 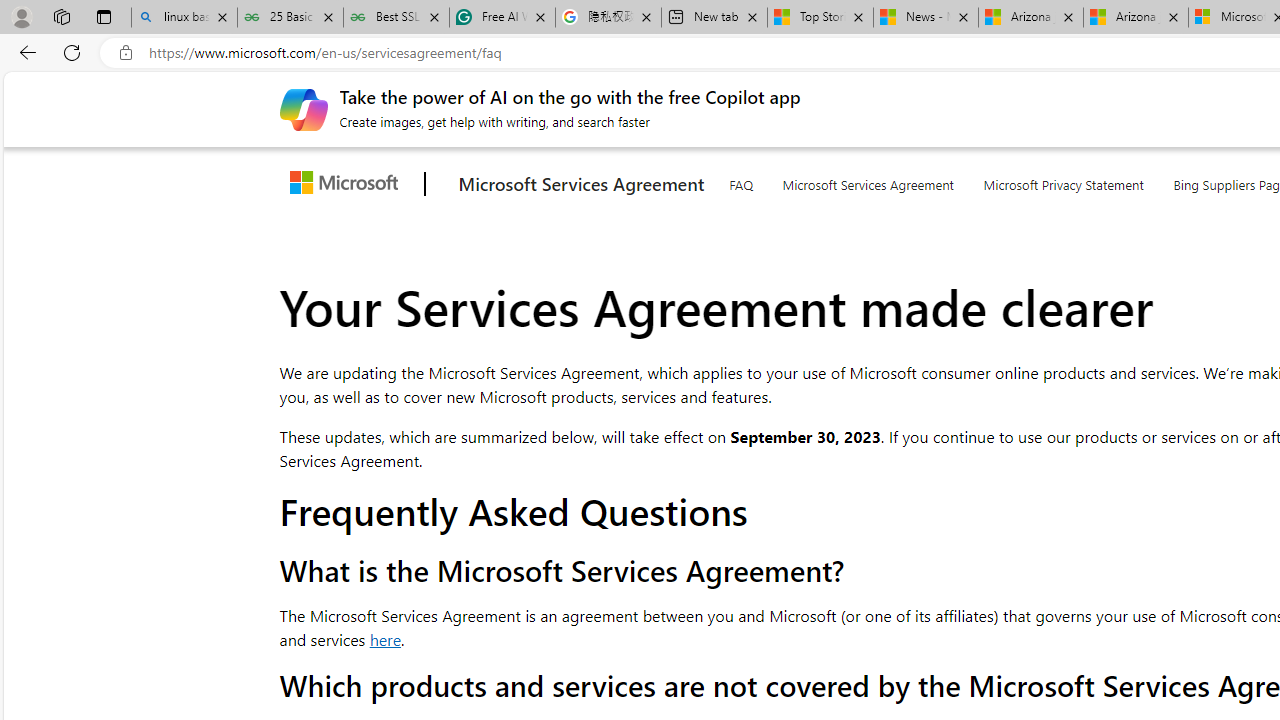 I want to click on 'Create images, get help with writing, and search faster', so click(x=302, y=109).